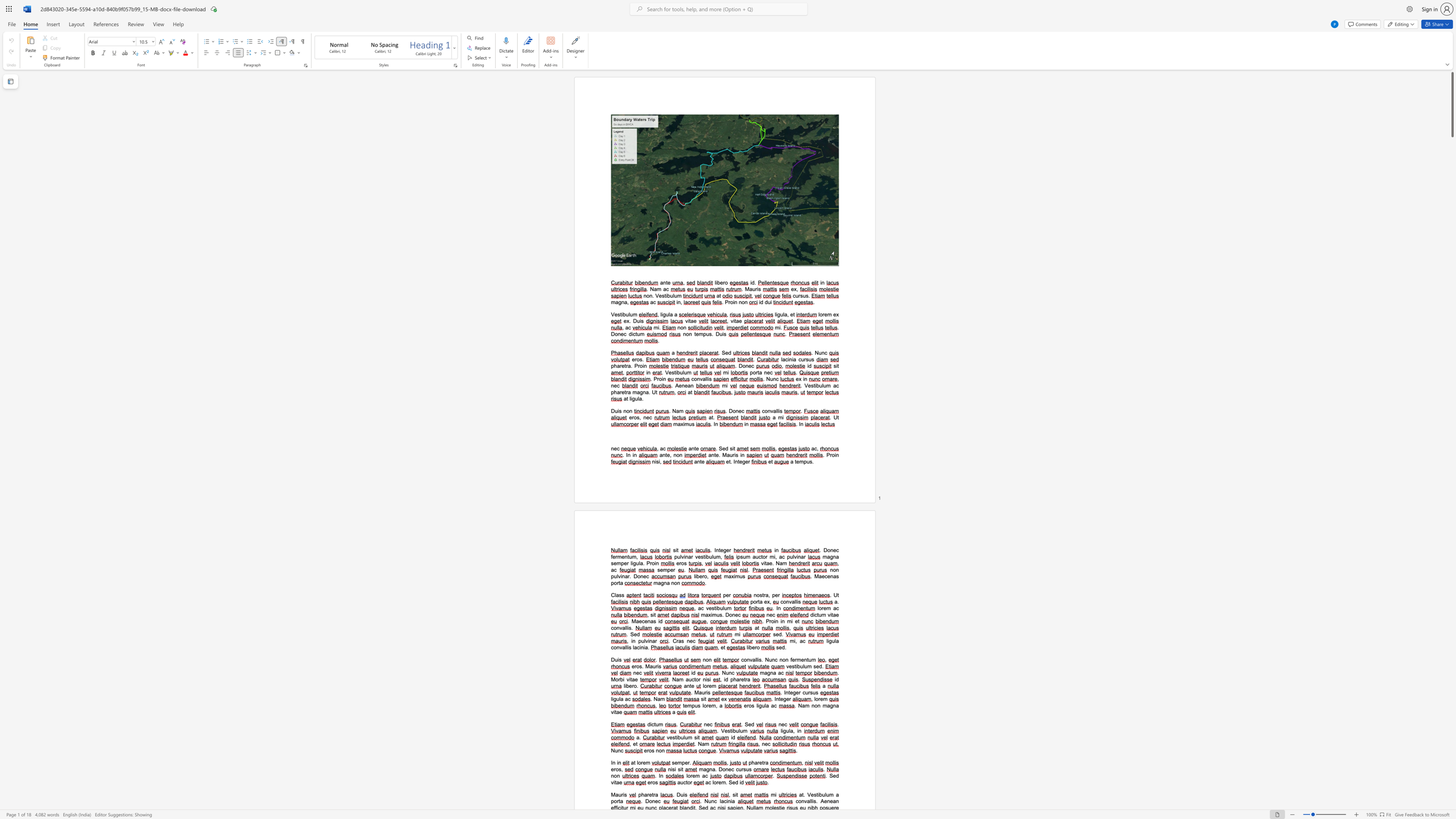 The height and width of the screenshot is (819, 1456). What do you see at coordinates (720, 549) in the screenshot?
I see `the space between the continuous character "t" and "e" in the text` at bounding box center [720, 549].